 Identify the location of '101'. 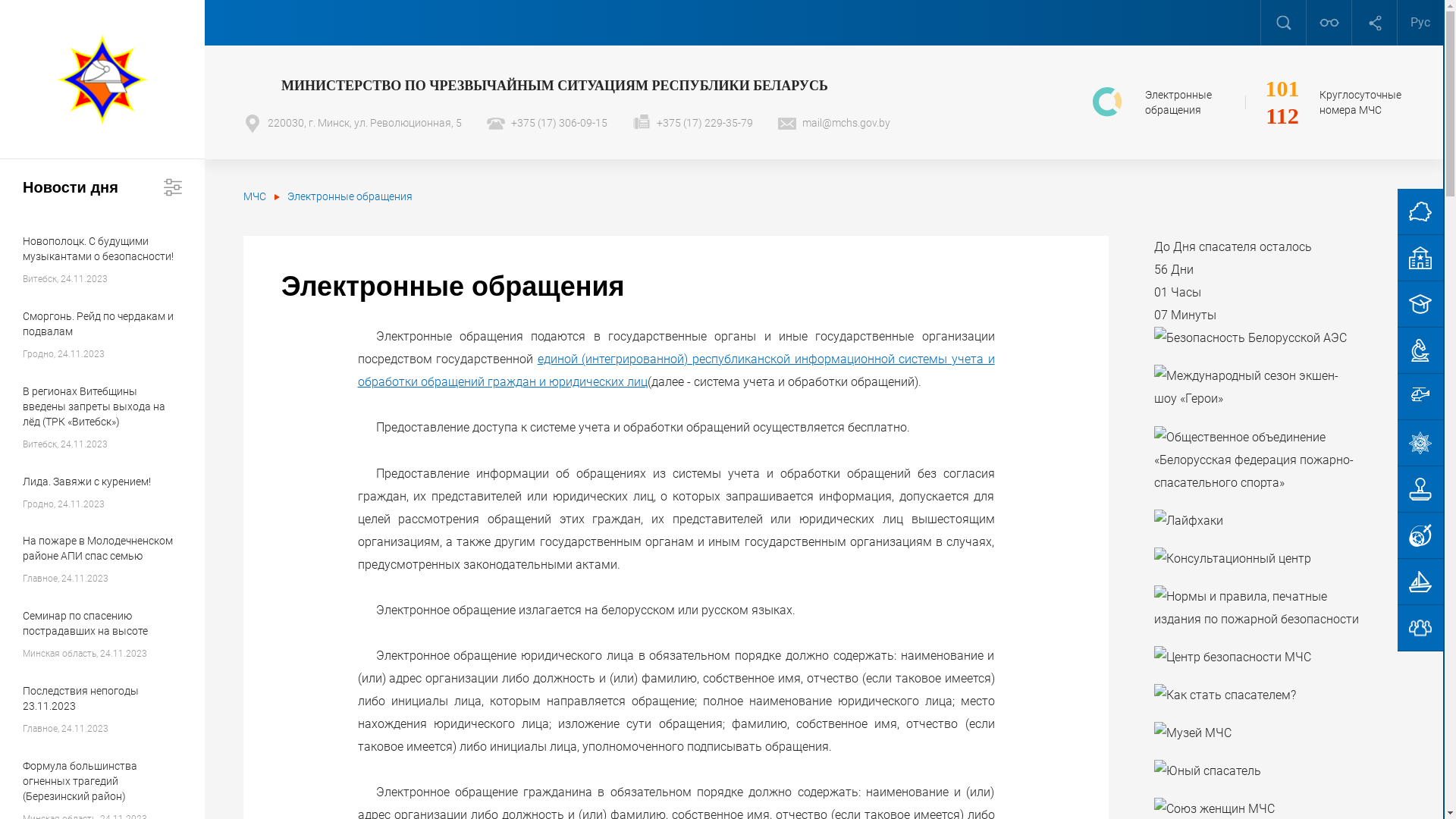
(1281, 88).